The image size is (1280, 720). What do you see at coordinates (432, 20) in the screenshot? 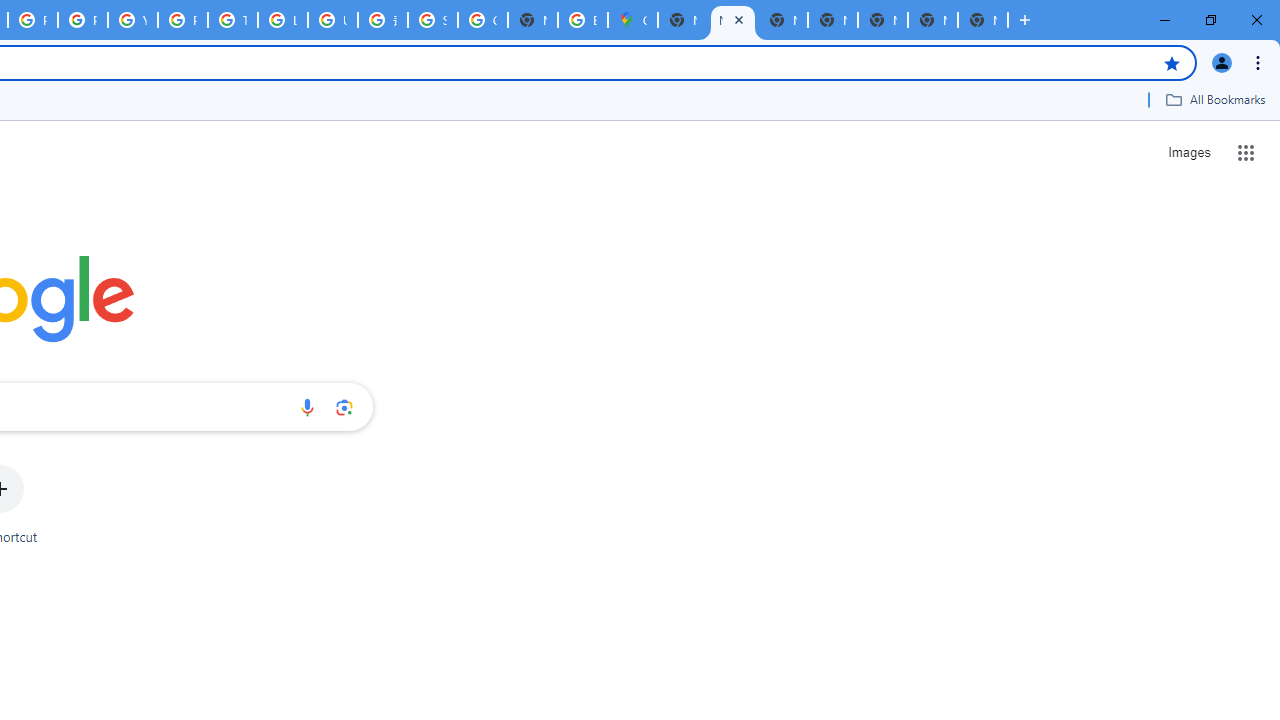
I see `'Sign in - Google Accounts'` at bounding box center [432, 20].